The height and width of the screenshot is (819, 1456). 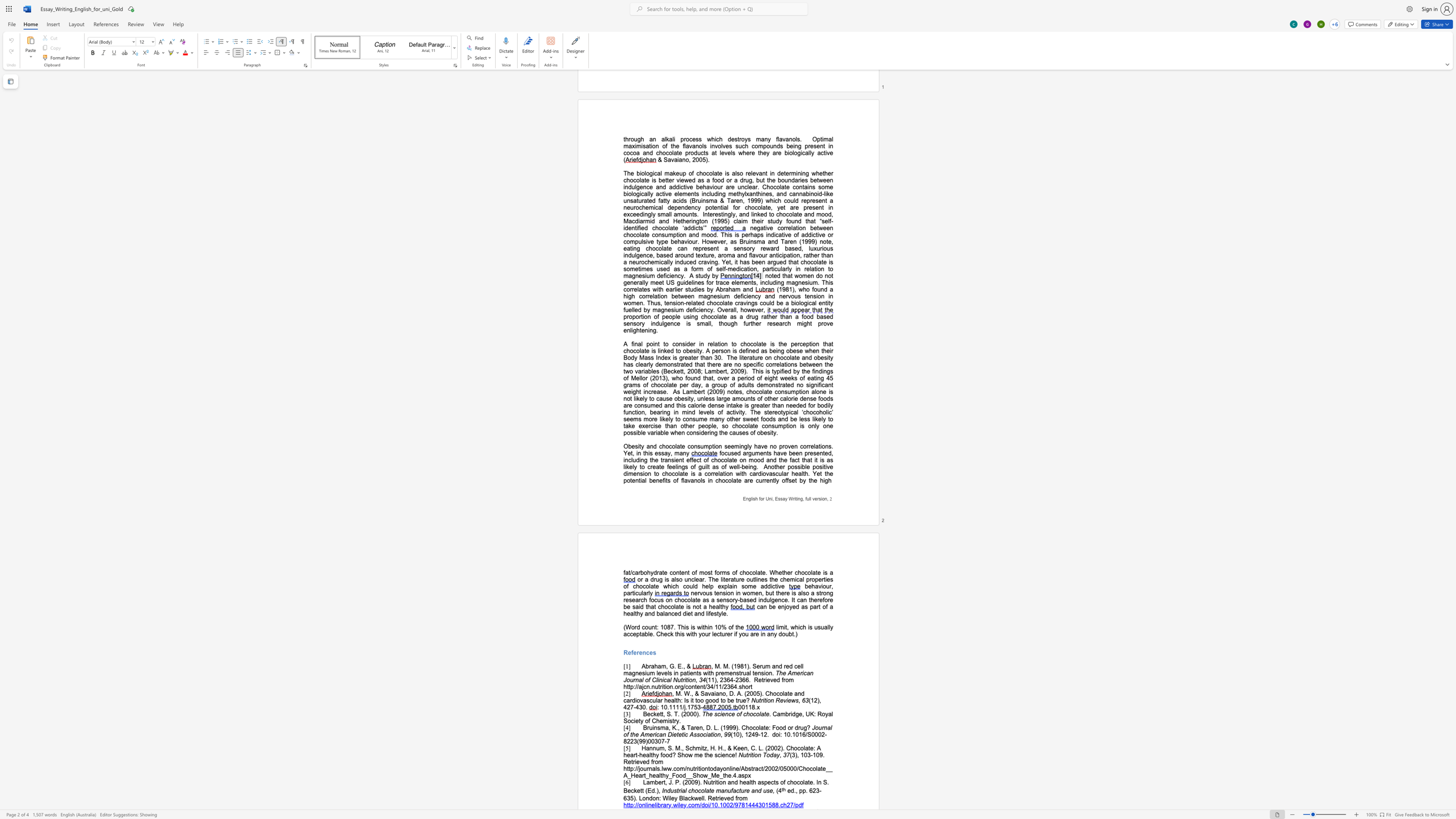 What do you see at coordinates (692, 680) in the screenshot?
I see `the space between the continuous character "o" and "n" in the text` at bounding box center [692, 680].